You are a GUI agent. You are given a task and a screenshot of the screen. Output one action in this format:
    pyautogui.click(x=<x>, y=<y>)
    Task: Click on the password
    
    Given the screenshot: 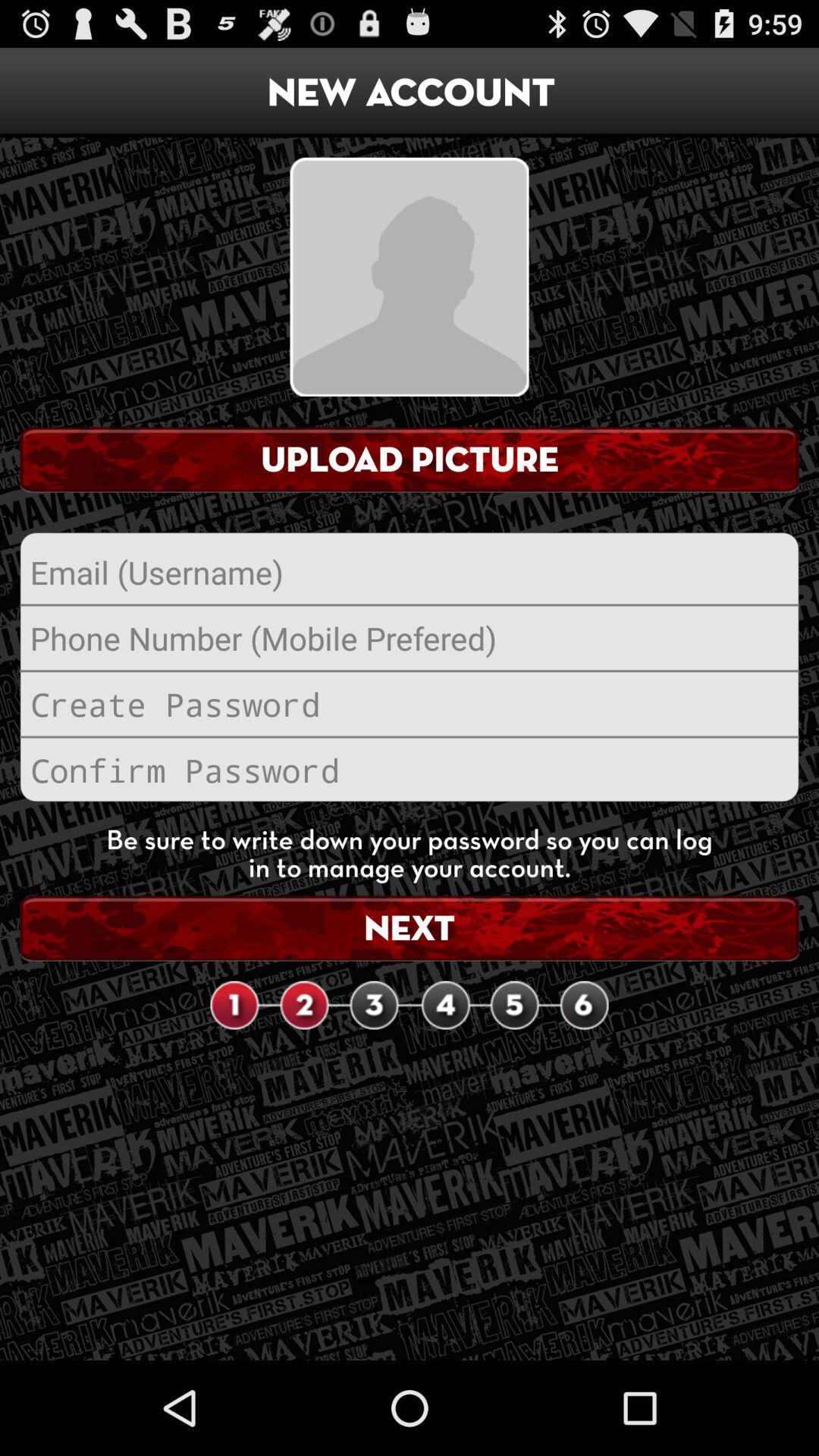 What is the action you would take?
    pyautogui.click(x=409, y=703)
    